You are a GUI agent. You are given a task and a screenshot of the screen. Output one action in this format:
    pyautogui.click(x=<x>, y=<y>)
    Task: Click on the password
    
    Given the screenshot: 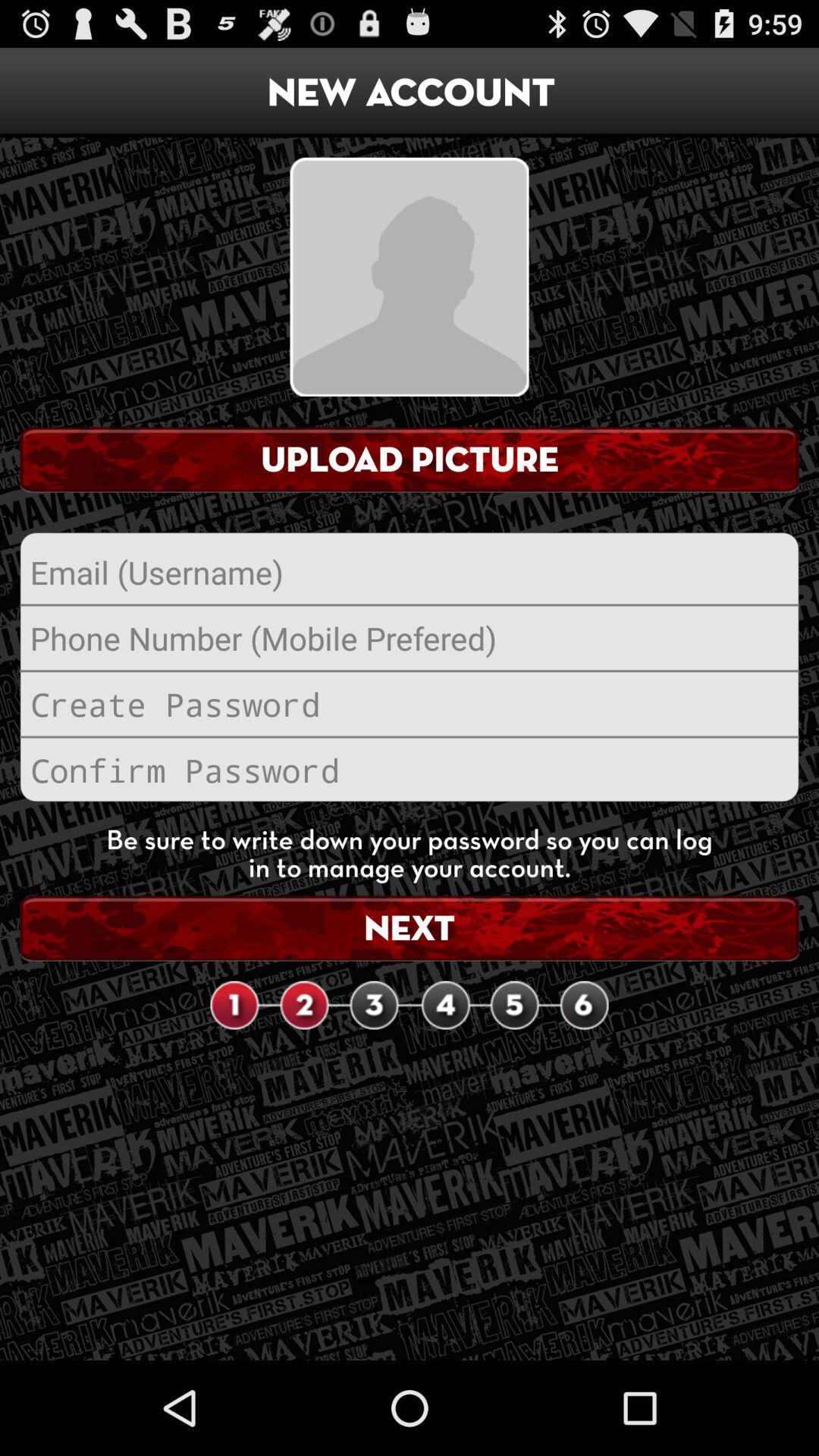 What is the action you would take?
    pyautogui.click(x=409, y=703)
    